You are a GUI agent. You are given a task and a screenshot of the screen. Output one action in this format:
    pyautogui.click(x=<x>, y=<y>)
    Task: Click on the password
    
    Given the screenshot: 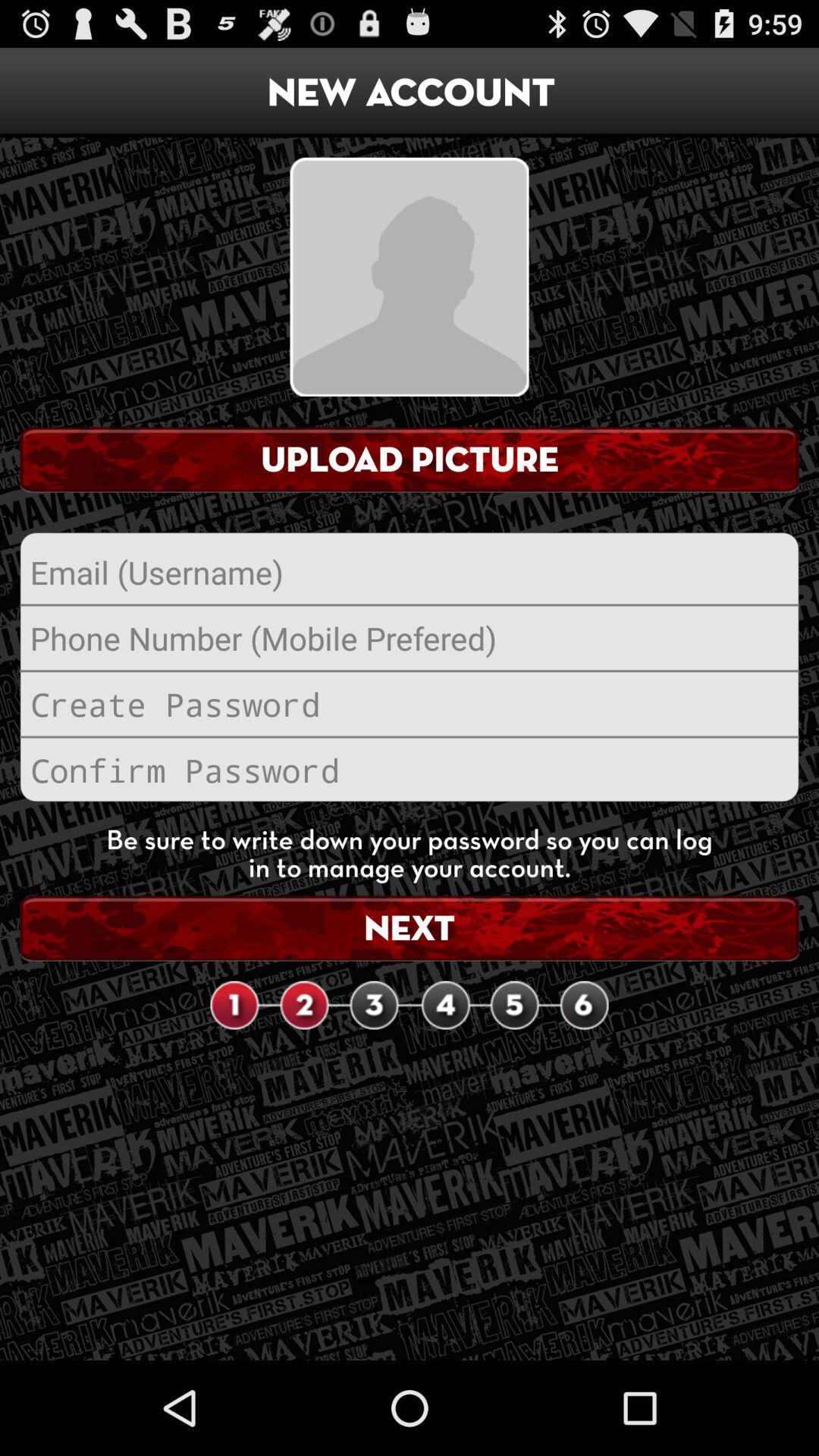 What is the action you would take?
    pyautogui.click(x=409, y=703)
    